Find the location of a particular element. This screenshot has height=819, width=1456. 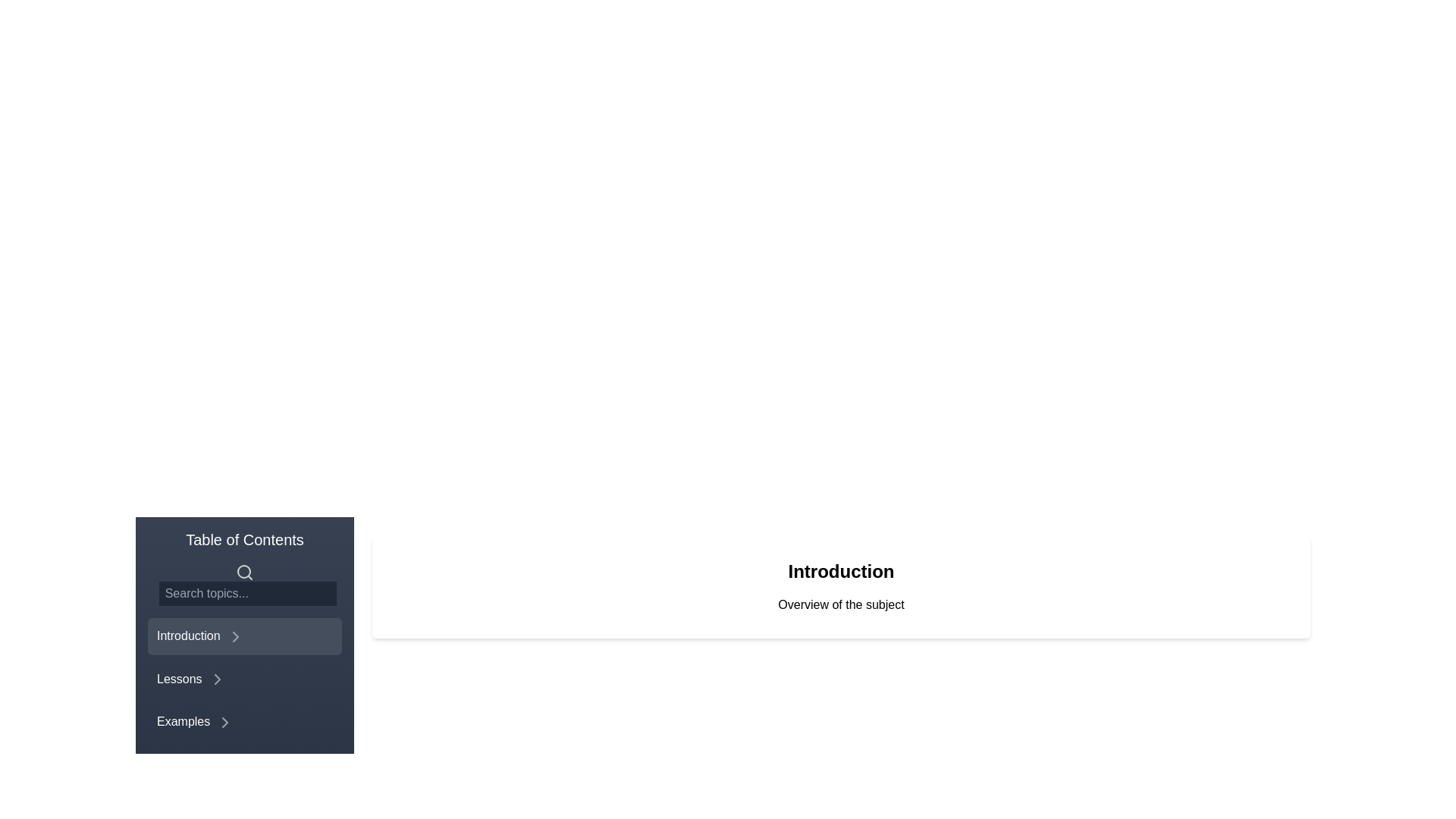

the static text label that provides a brief overview under the 'Introduction' heading is located at coordinates (840, 604).